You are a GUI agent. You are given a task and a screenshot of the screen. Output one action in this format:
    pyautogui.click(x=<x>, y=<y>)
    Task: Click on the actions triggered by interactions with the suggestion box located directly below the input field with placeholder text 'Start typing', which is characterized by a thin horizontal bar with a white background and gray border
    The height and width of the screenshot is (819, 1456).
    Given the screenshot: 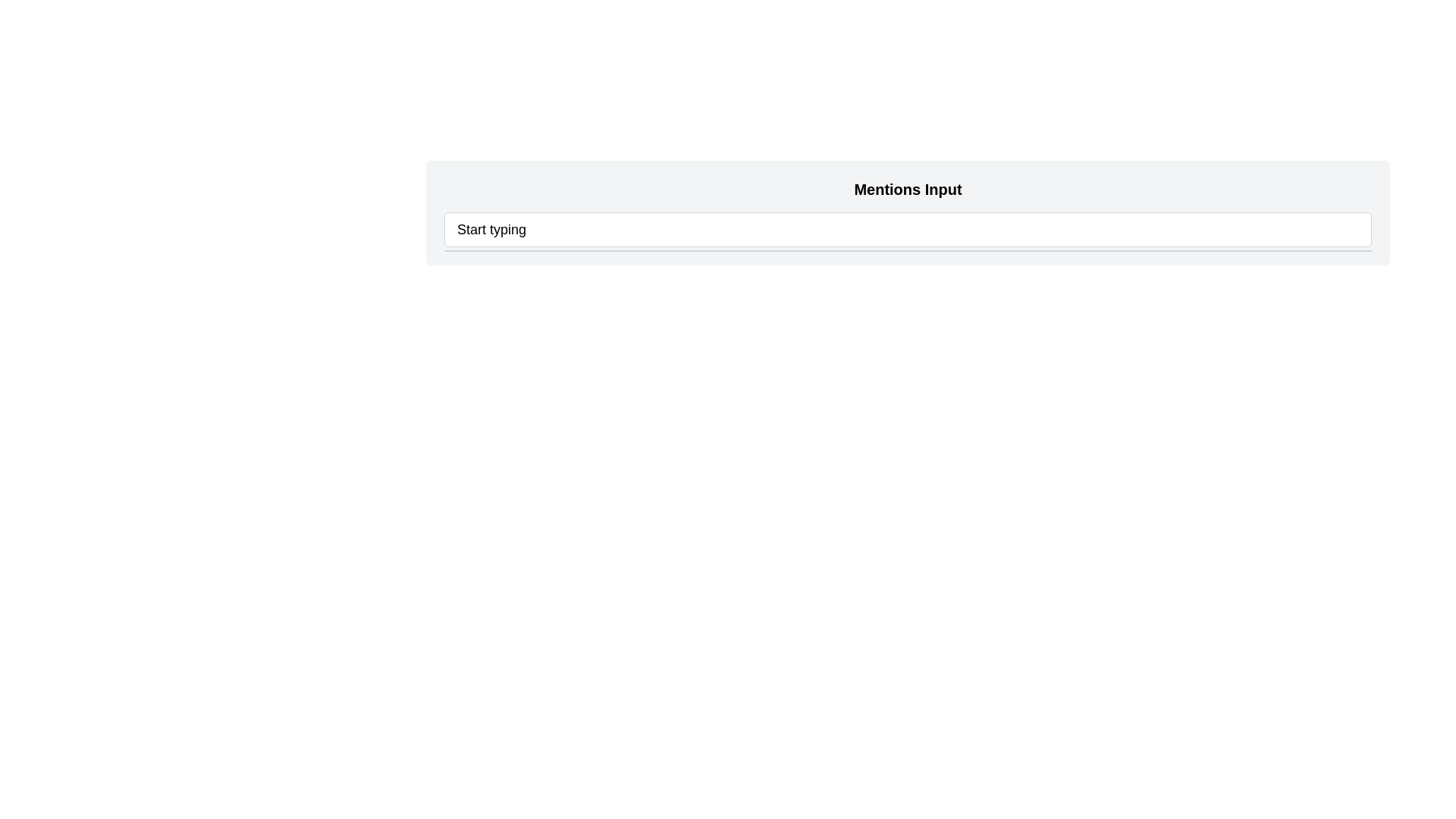 What is the action you would take?
    pyautogui.click(x=908, y=250)
    